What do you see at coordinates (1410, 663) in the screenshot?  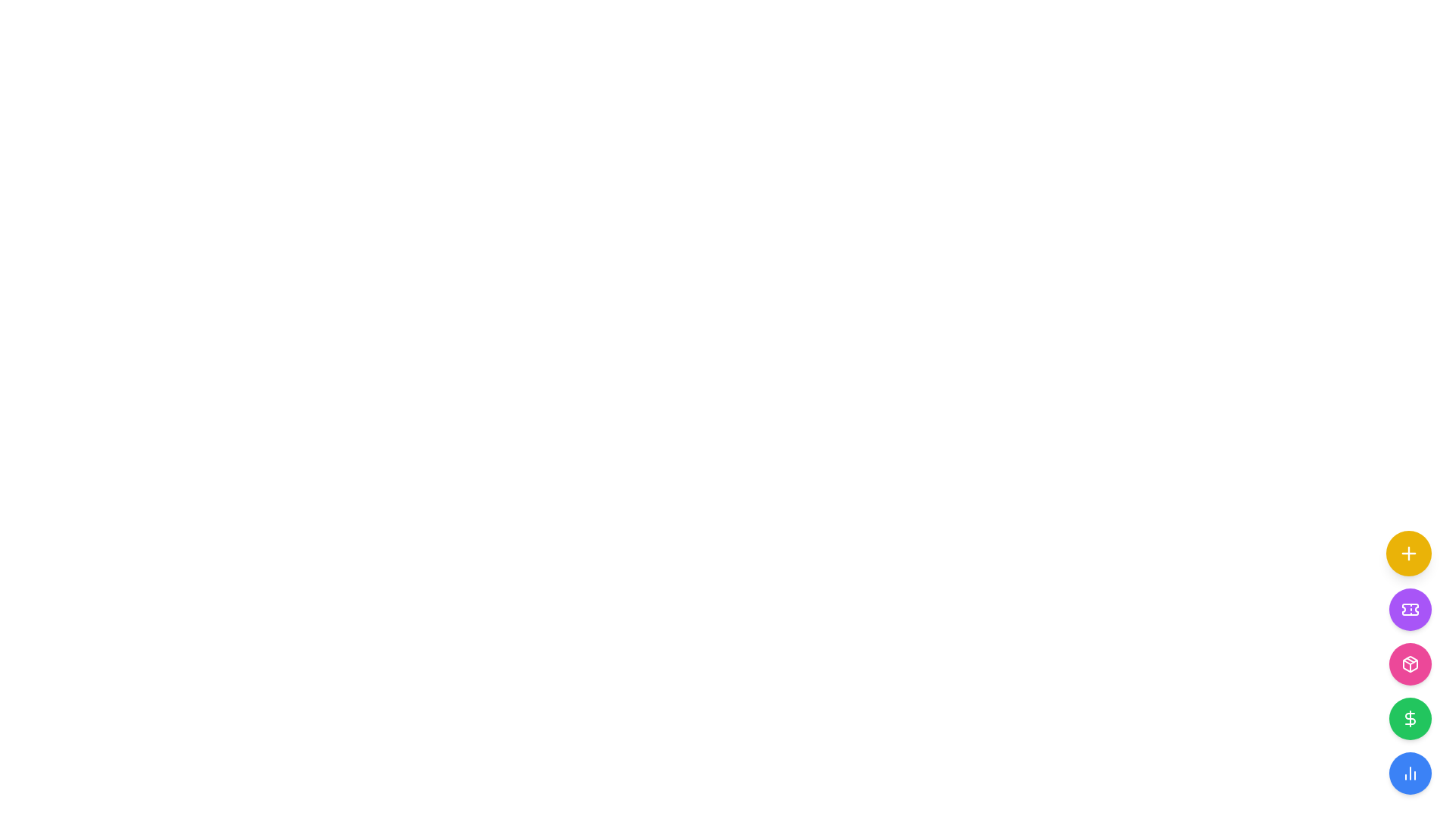 I see `the 'Orders' button, which is the third button in a vertical stack of circular buttons located towards the far right of the interface, to change its appearance` at bounding box center [1410, 663].